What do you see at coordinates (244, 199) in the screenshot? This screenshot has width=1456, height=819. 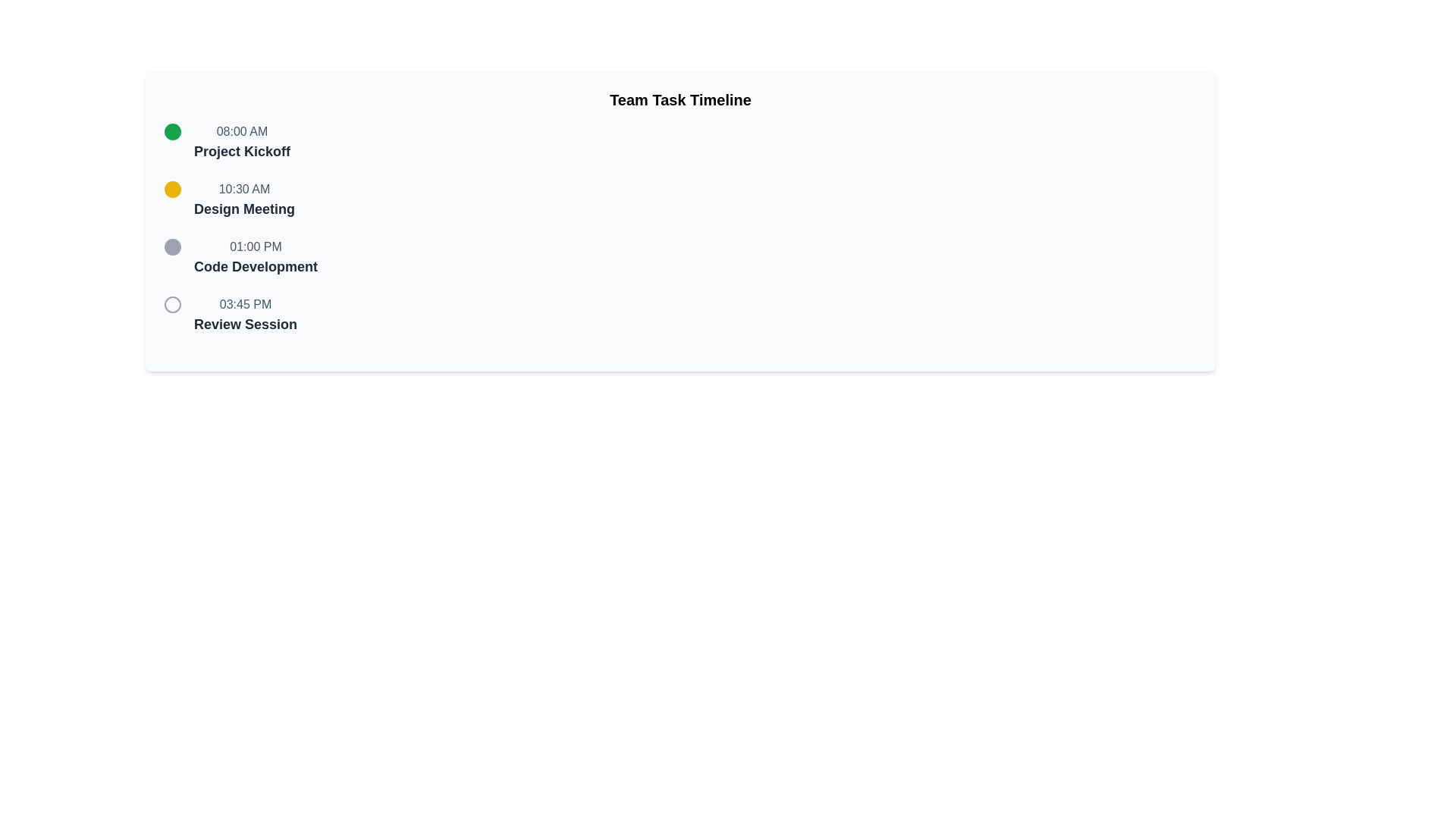 I see `the text label displaying '10:30 AM' and 'Design Meeting', which is positioned below 'Project Kickoff' and above 'Code Development' in the vertical timeline interface` at bounding box center [244, 199].